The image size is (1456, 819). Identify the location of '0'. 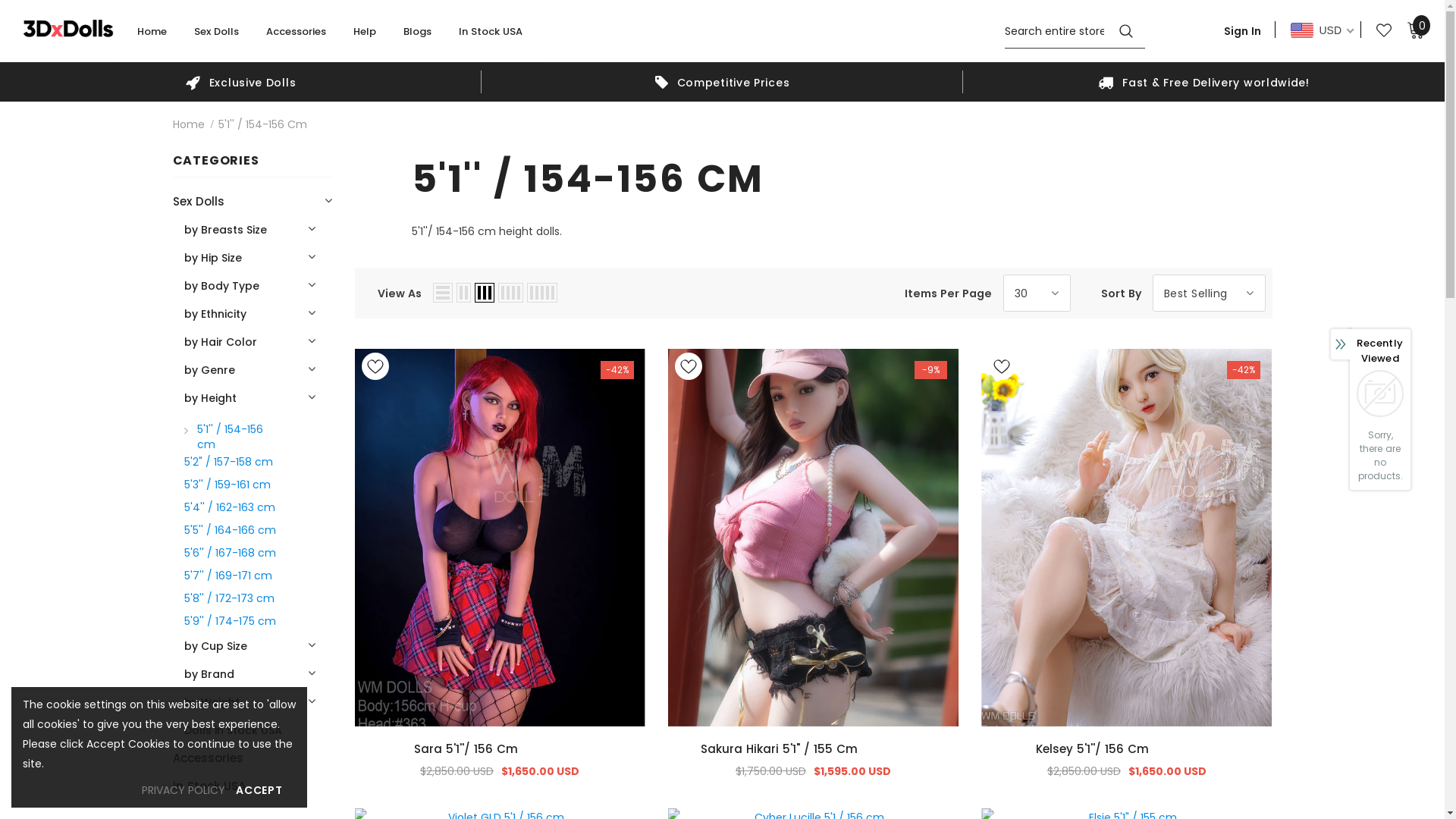
(1415, 29).